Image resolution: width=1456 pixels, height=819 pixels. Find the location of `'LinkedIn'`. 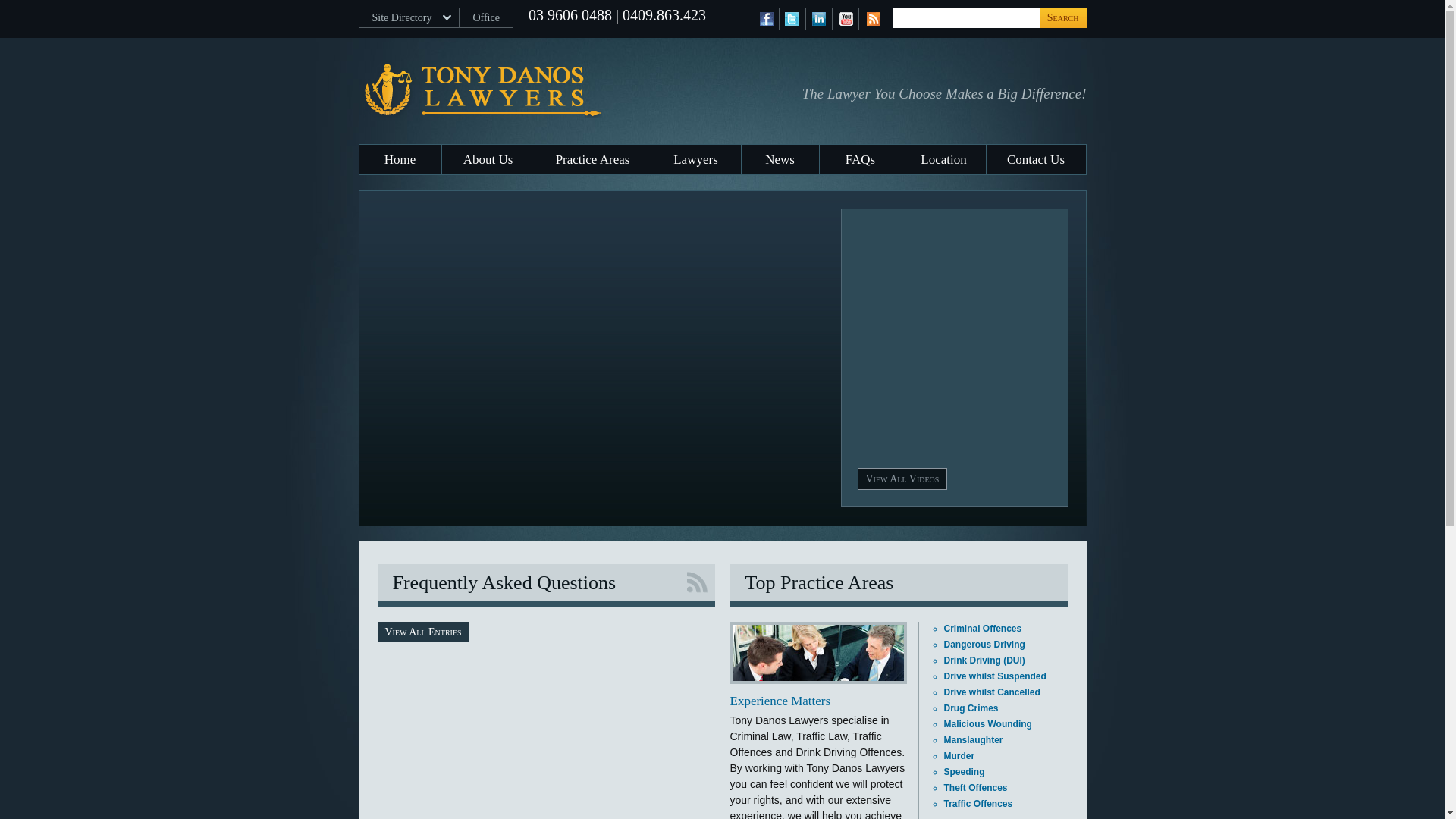

'LinkedIn' is located at coordinates (818, 18).